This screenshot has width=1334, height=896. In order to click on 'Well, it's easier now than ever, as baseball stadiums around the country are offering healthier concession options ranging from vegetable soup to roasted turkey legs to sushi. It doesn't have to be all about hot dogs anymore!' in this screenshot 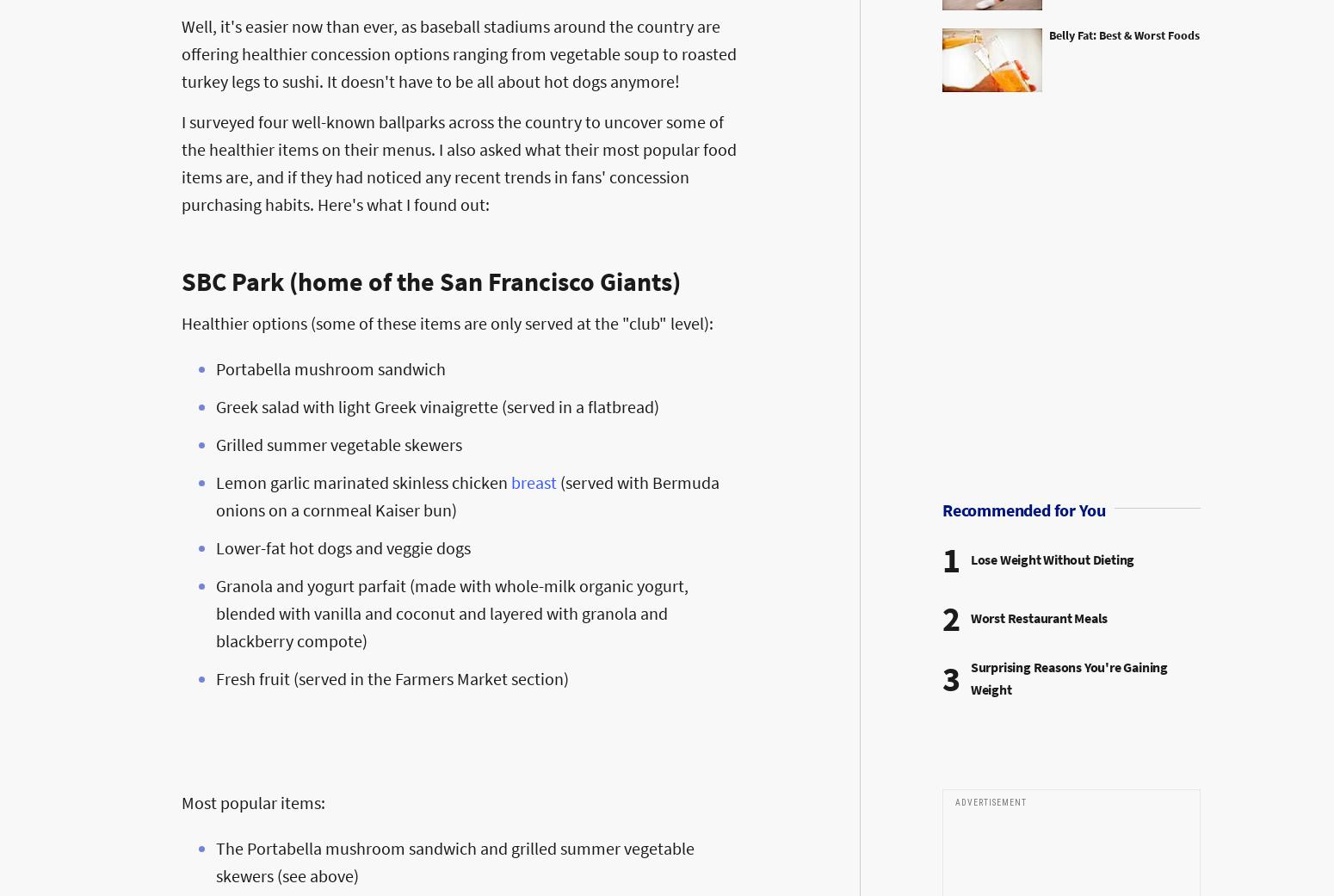, I will do `click(458, 53)`.